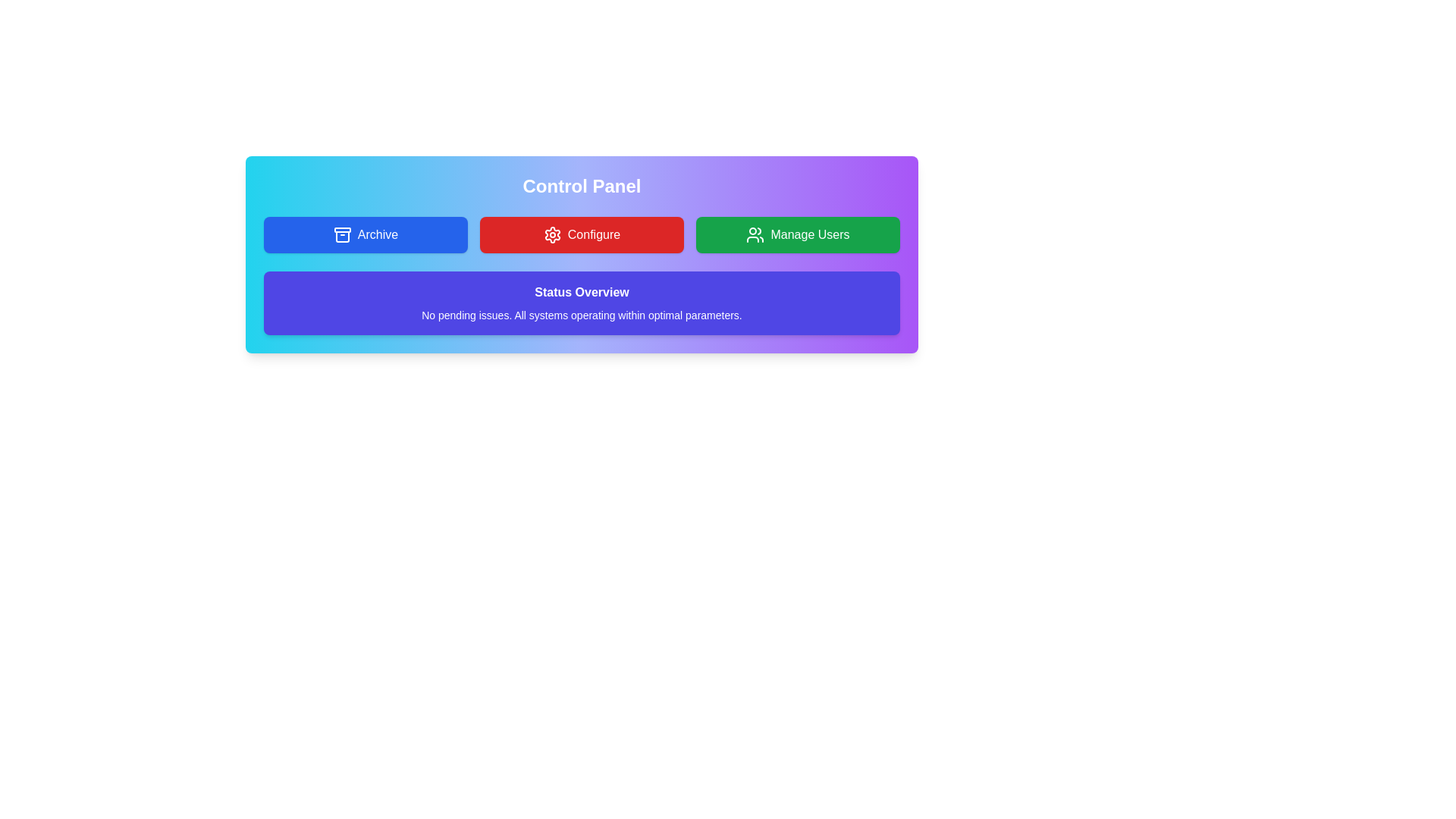 The height and width of the screenshot is (819, 1456). Describe the element at coordinates (581, 234) in the screenshot. I see `the red rectangular button labeled 'Configure' with a gear icon` at that location.